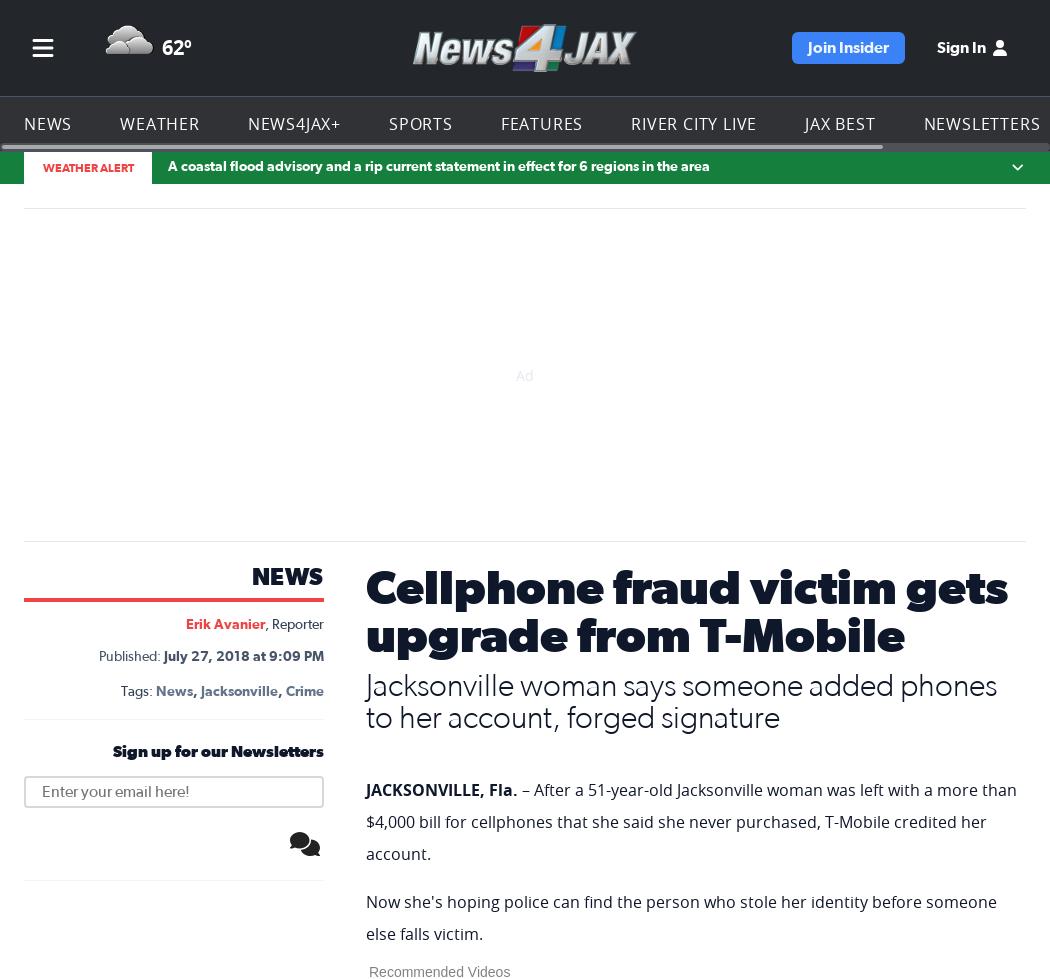 This screenshot has height=979, width=1050. What do you see at coordinates (682, 130) in the screenshot?
I see `'When News4Jax went to the T-Mobile store, the manager said identity theft happens every day. The manager, who did not want to speak on camera, said he believes Edwards' identity was stolen somewhere else, and not from inside the store.'` at bounding box center [682, 130].